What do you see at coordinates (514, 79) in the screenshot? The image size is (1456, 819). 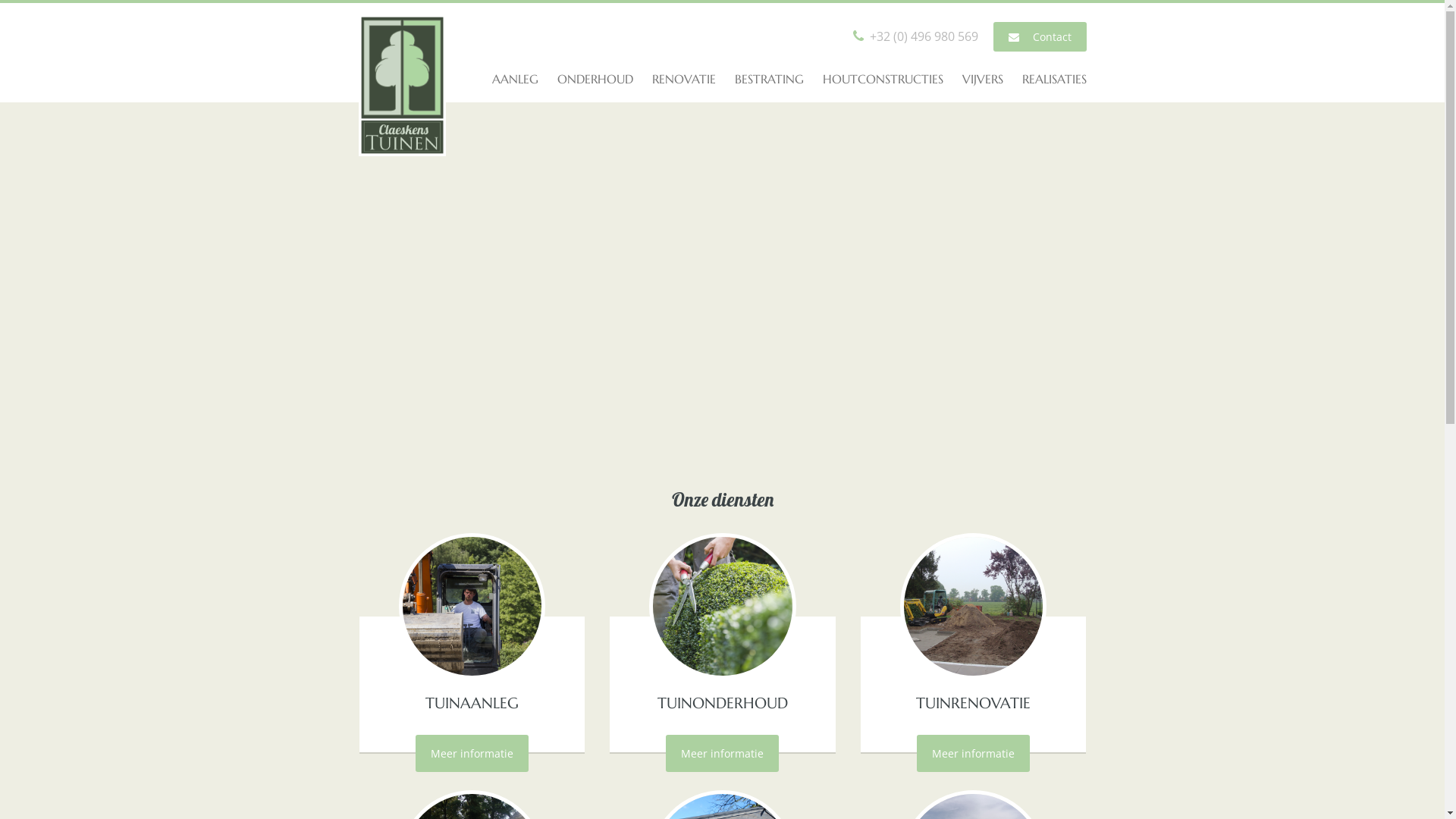 I see `'AANLEG'` at bounding box center [514, 79].